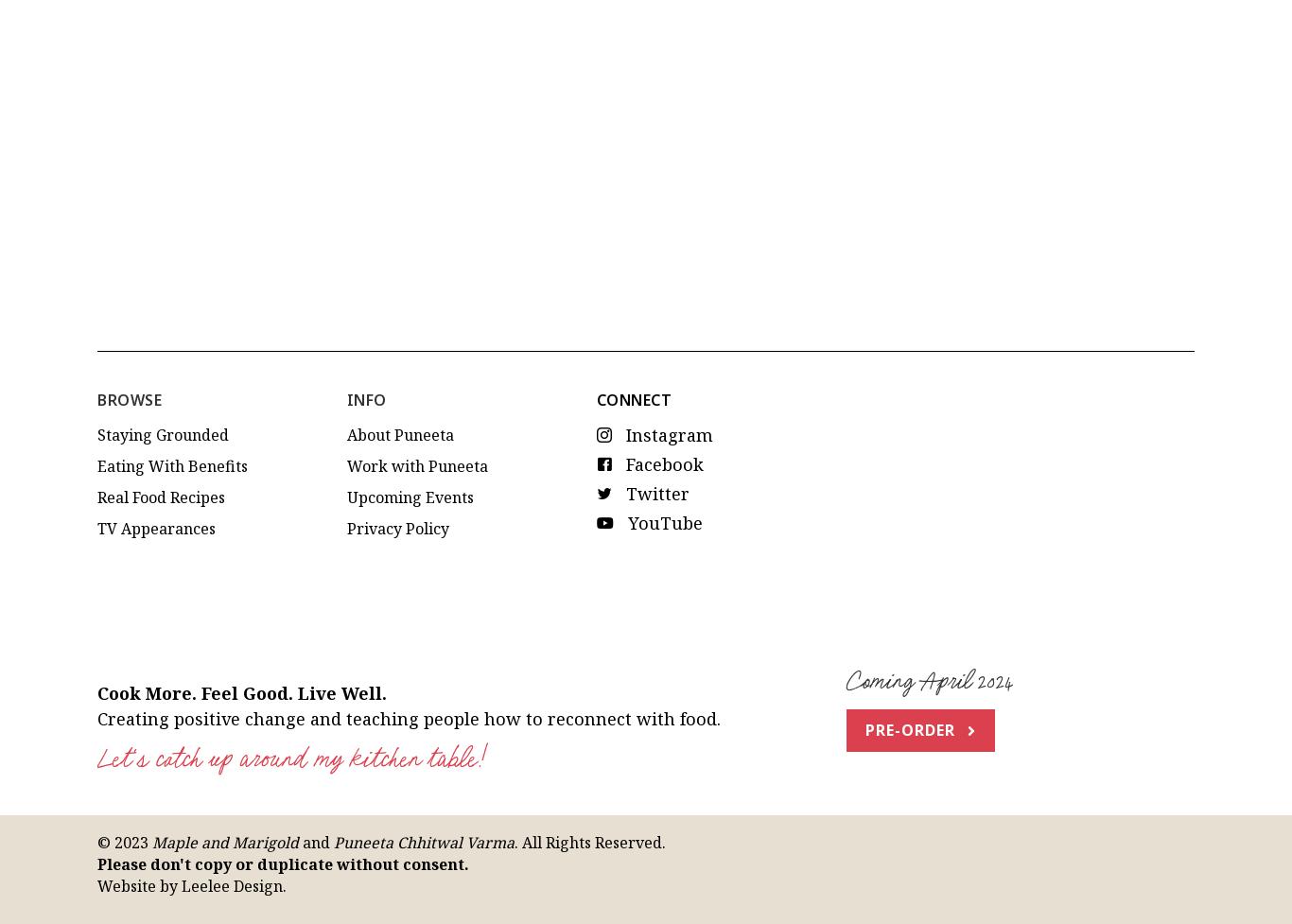  What do you see at coordinates (96, 341) in the screenshot?
I see `'Real Food Recipes'` at bounding box center [96, 341].